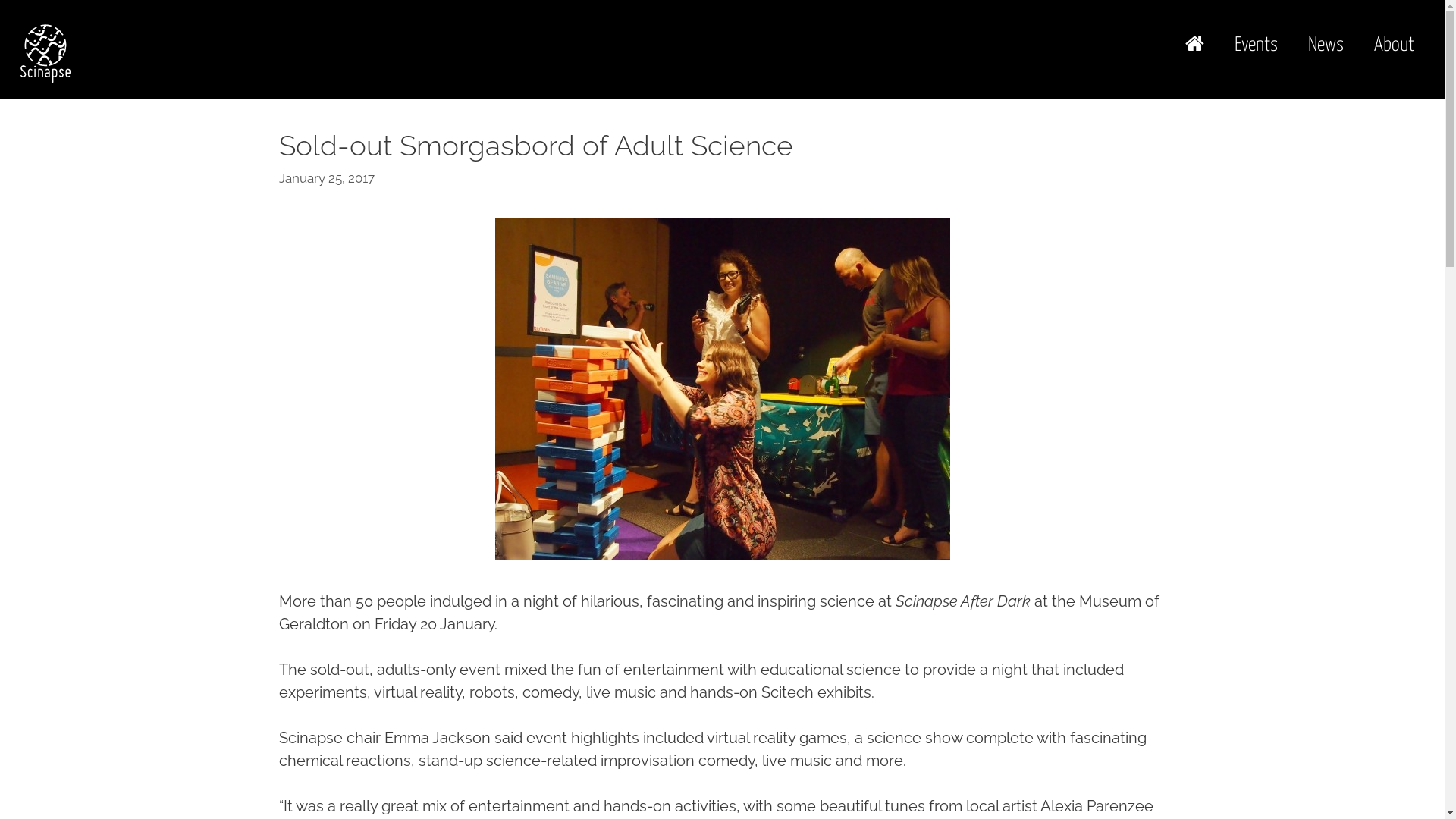 The width and height of the screenshot is (1456, 819). What do you see at coordinates (0, 0) in the screenshot?
I see `'Skip to content'` at bounding box center [0, 0].